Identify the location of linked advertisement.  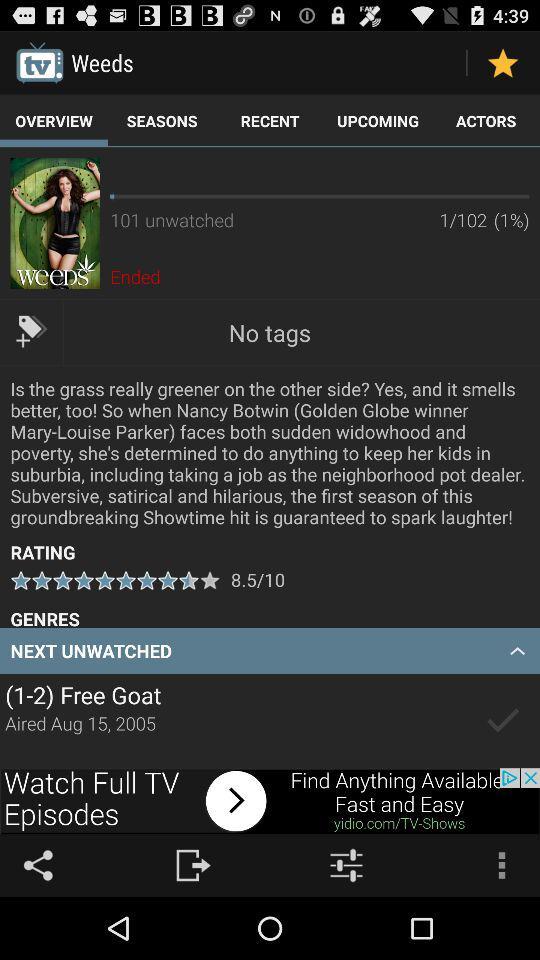
(270, 801).